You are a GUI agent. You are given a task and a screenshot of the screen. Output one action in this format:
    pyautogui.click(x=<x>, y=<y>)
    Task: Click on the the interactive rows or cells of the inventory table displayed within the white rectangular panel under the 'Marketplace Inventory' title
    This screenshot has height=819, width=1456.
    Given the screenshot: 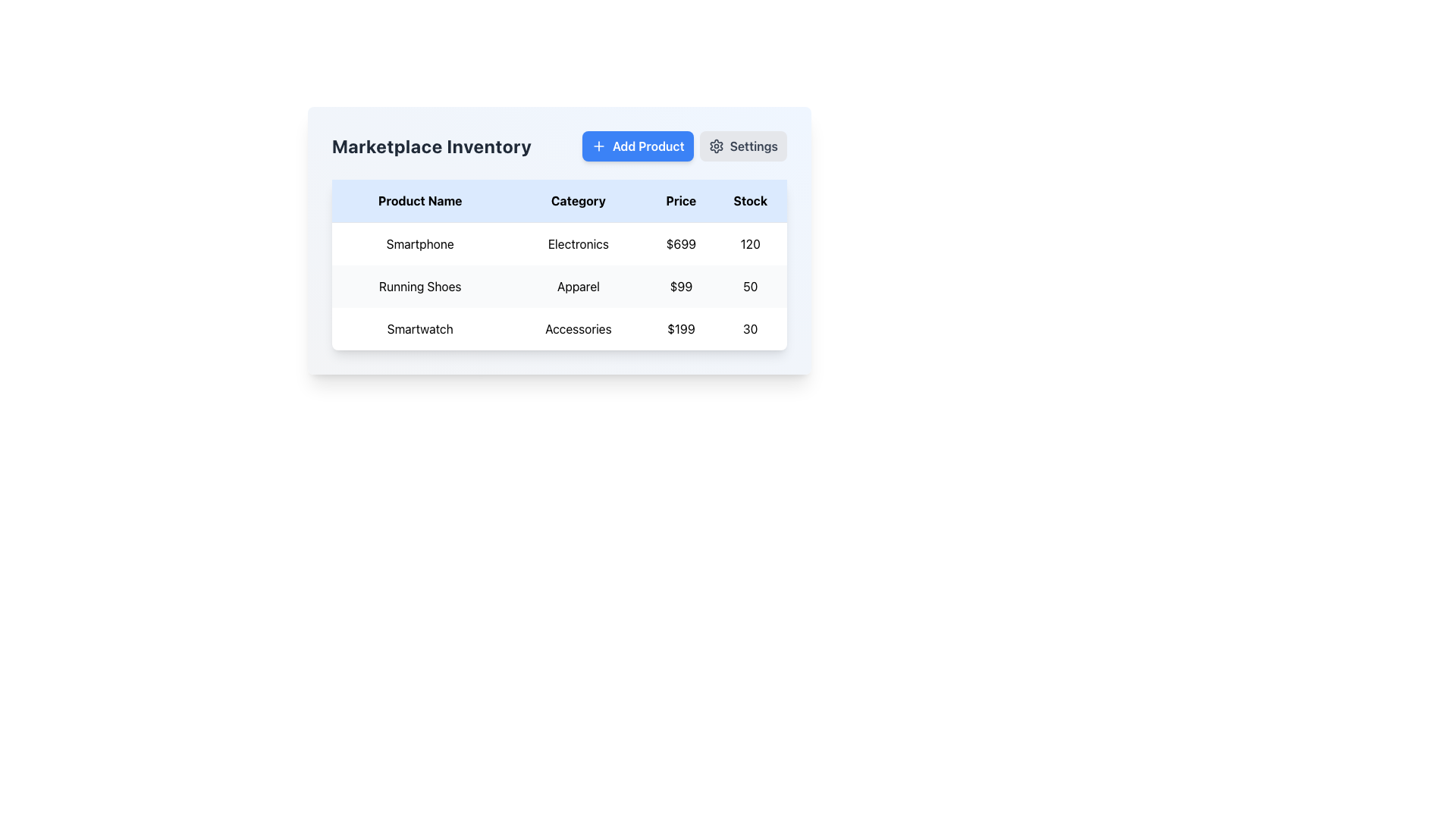 What is the action you would take?
    pyautogui.click(x=559, y=263)
    